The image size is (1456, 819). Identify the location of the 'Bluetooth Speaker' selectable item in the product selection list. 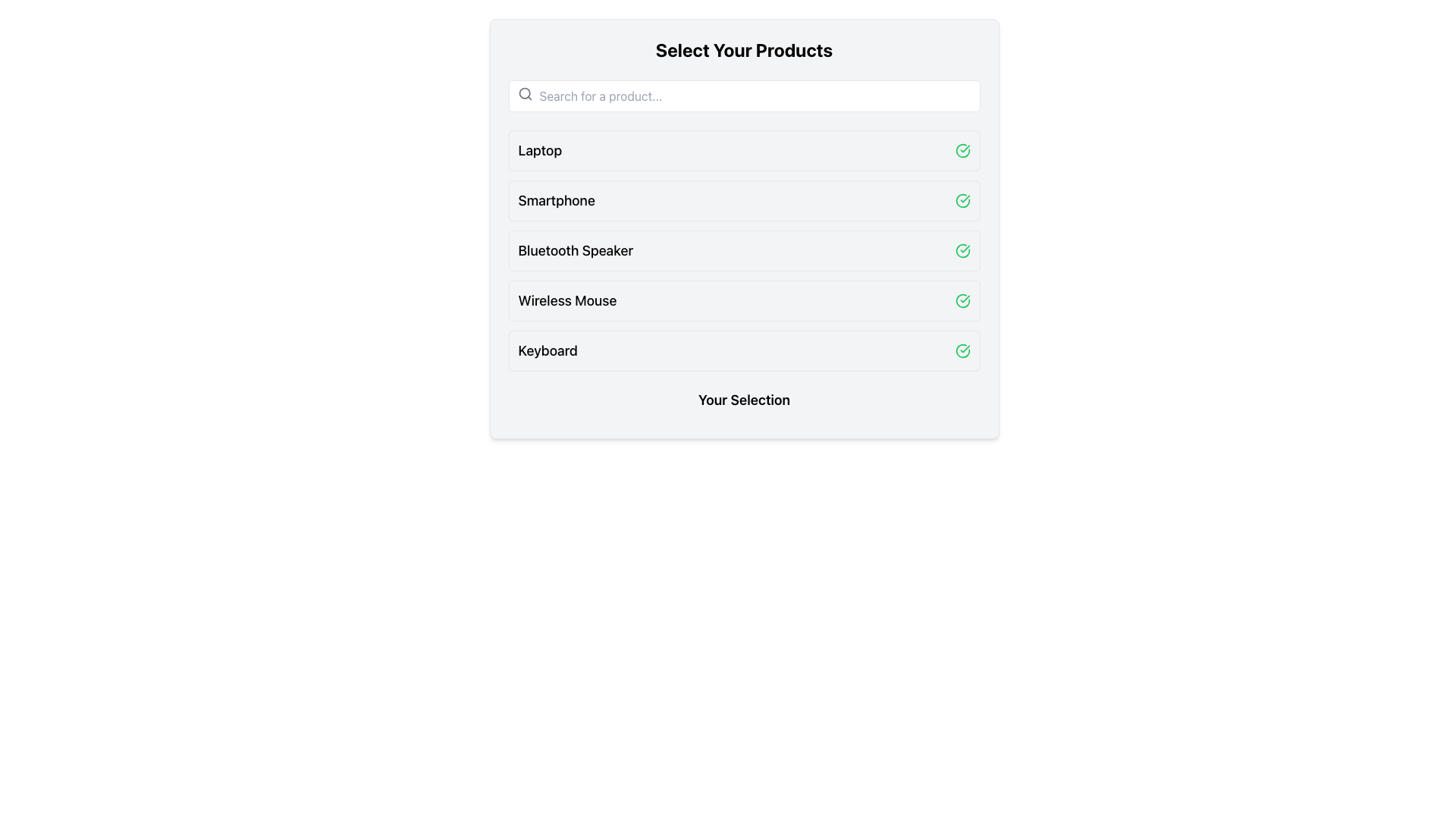
(744, 250).